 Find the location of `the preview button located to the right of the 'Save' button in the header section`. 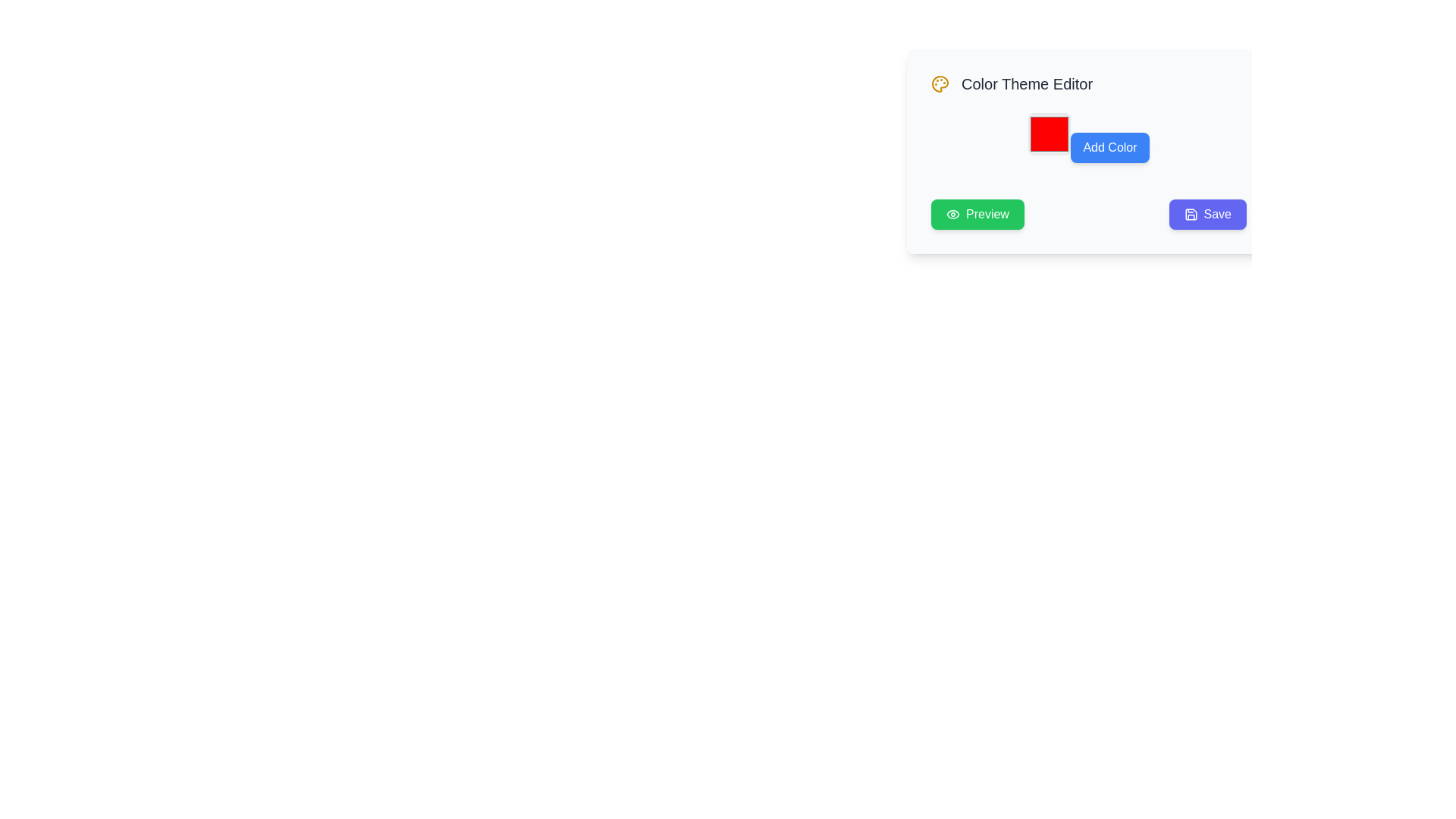

the preview button located to the right of the 'Save' button in the header section is located at coordinates (977, 214).